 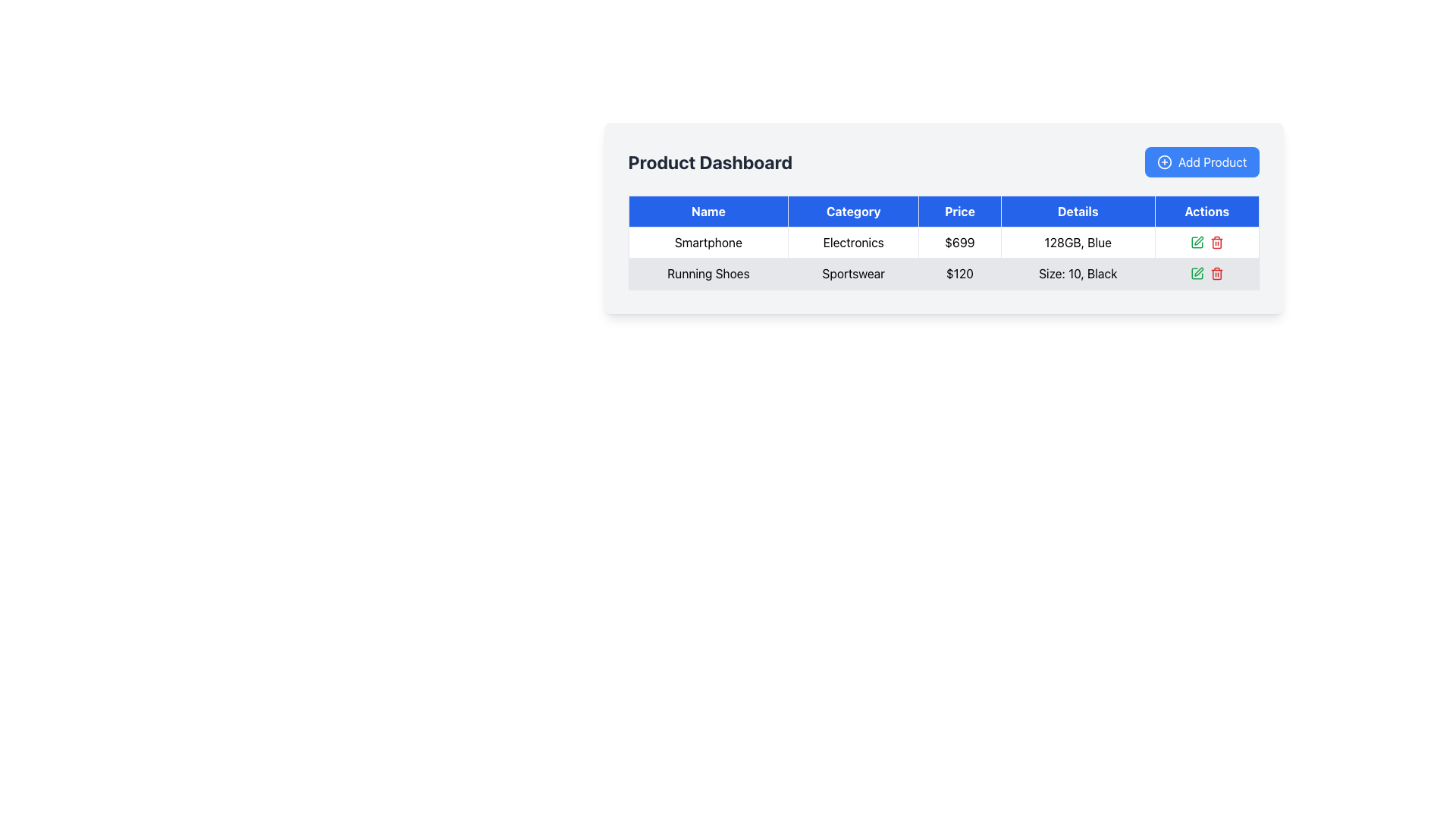 I want to click on the edit icon button located in the 'Actions' column of the first row within the table, so click(x=1197, y=240).